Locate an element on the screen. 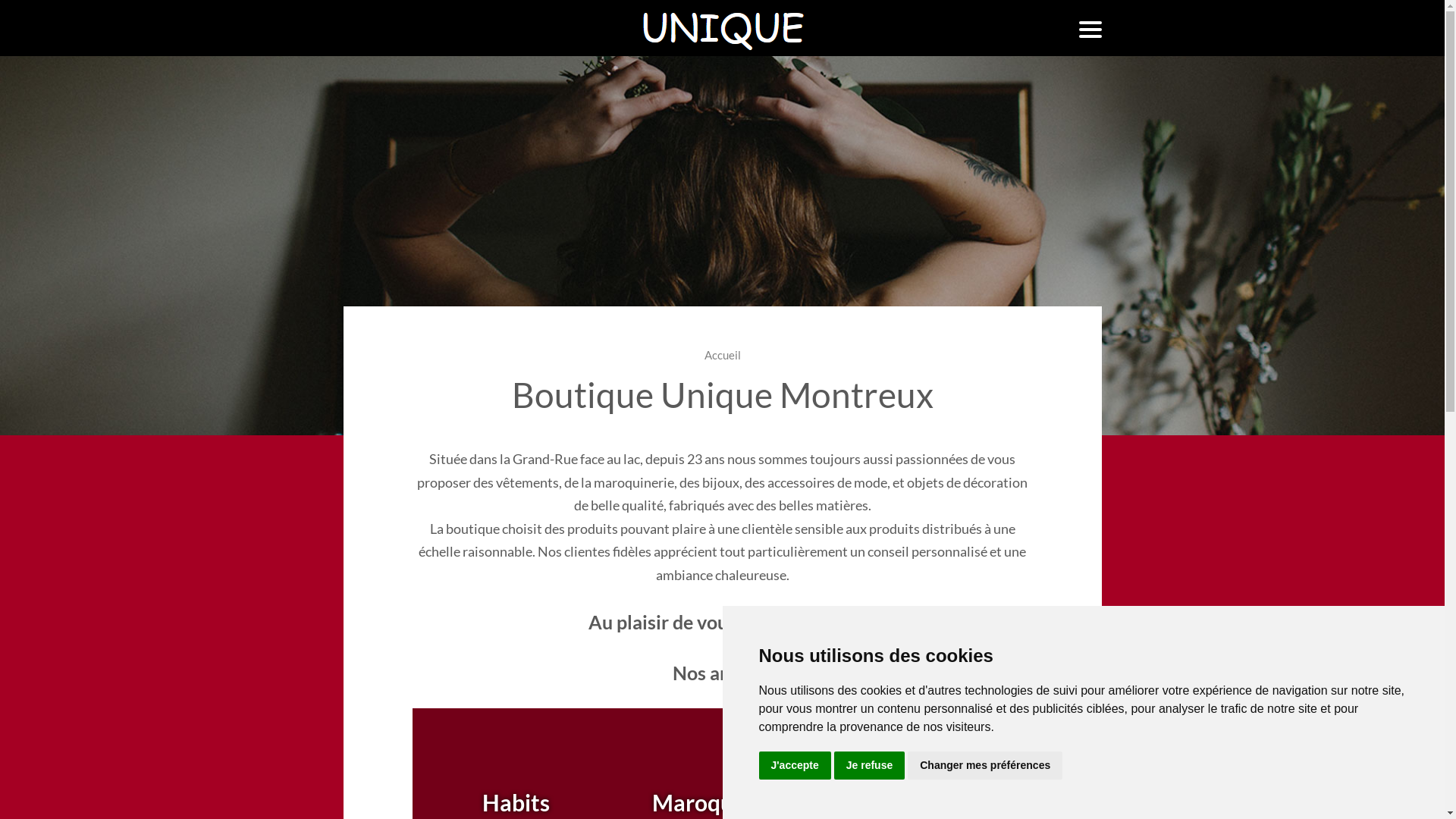  'Accueil' is located at coordinates (702, 355).